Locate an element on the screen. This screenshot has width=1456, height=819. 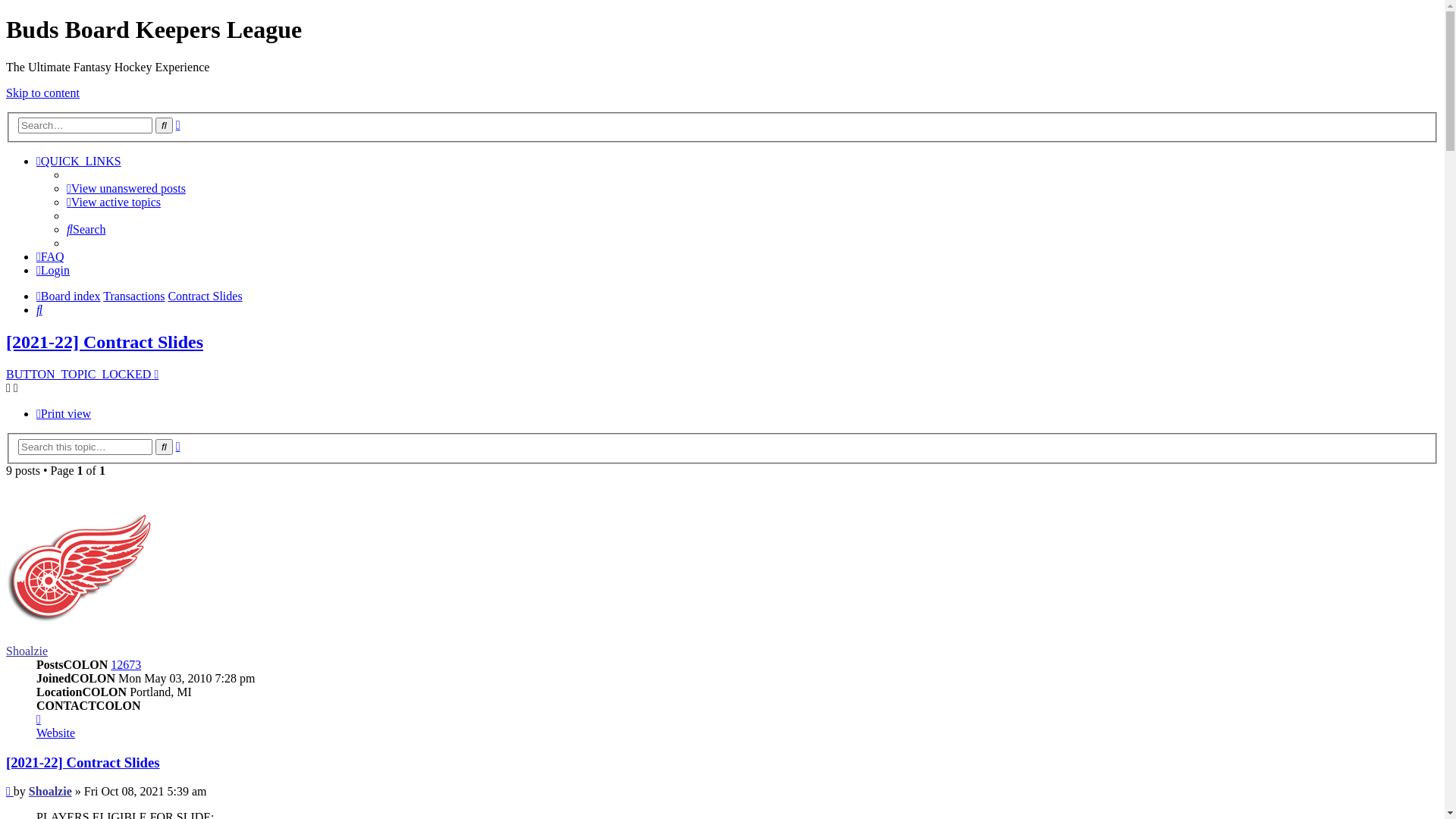
'Shoalzie' is located at coordinates (50, 790).